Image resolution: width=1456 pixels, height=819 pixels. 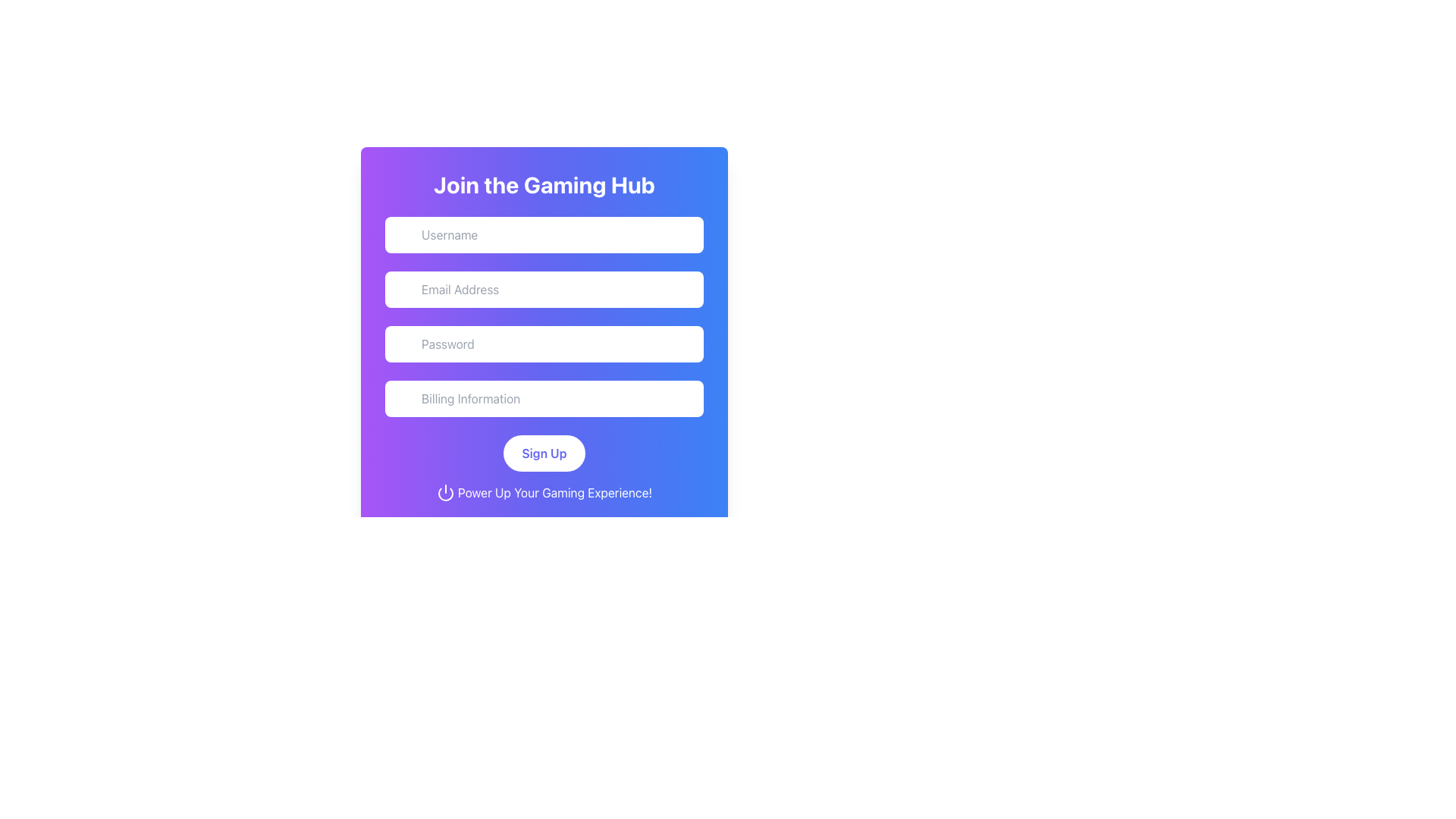 What do you see at coordinates (544, 322) in the screenshot?
I see `the input fields in the modal dialog titled 'Join the Gaming Hub'` at bounding box center [544, 322].